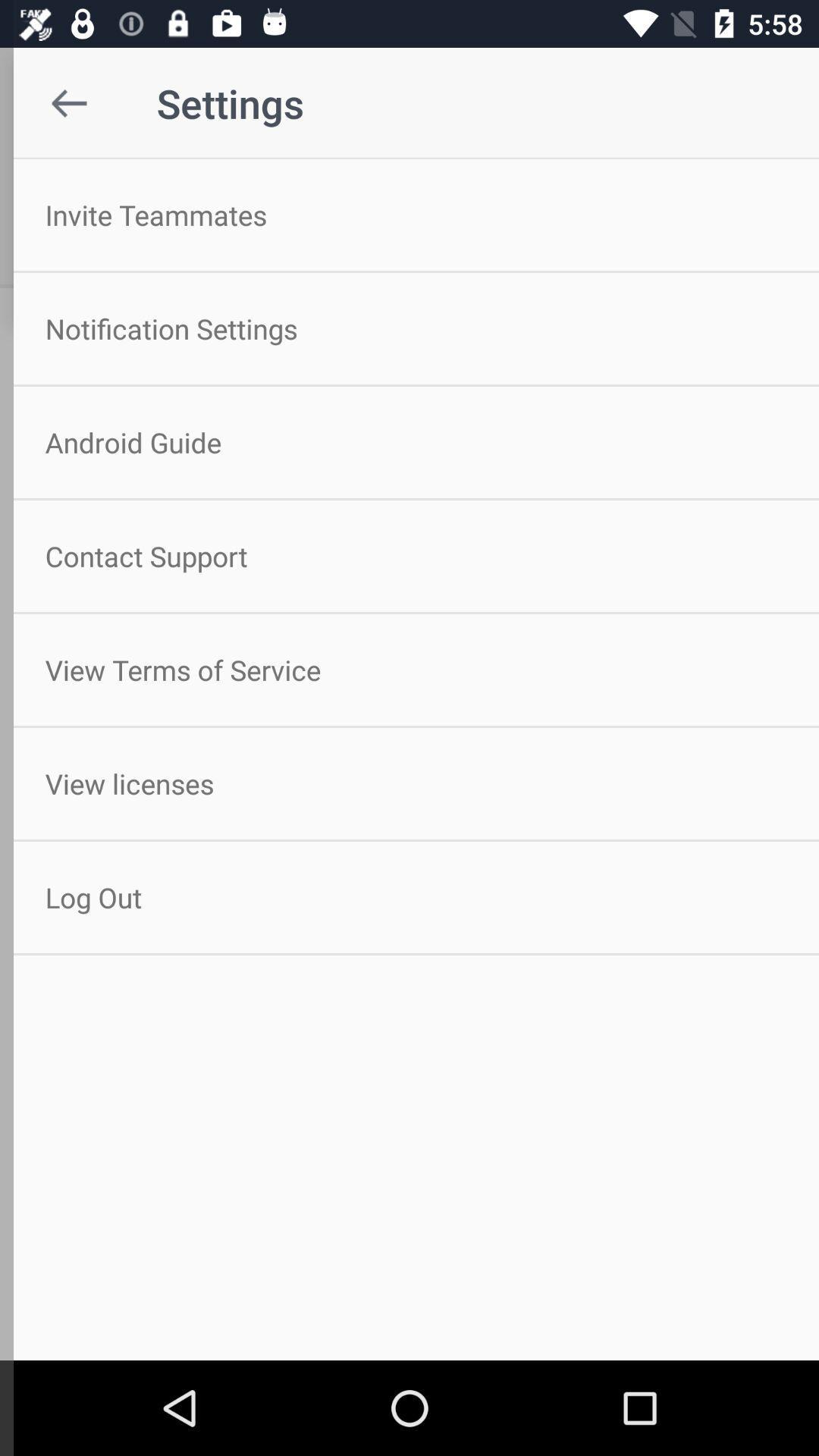 This screenshot has height=1456, width=819. I want to click on icon below the android guide icon, so click(409, 555).